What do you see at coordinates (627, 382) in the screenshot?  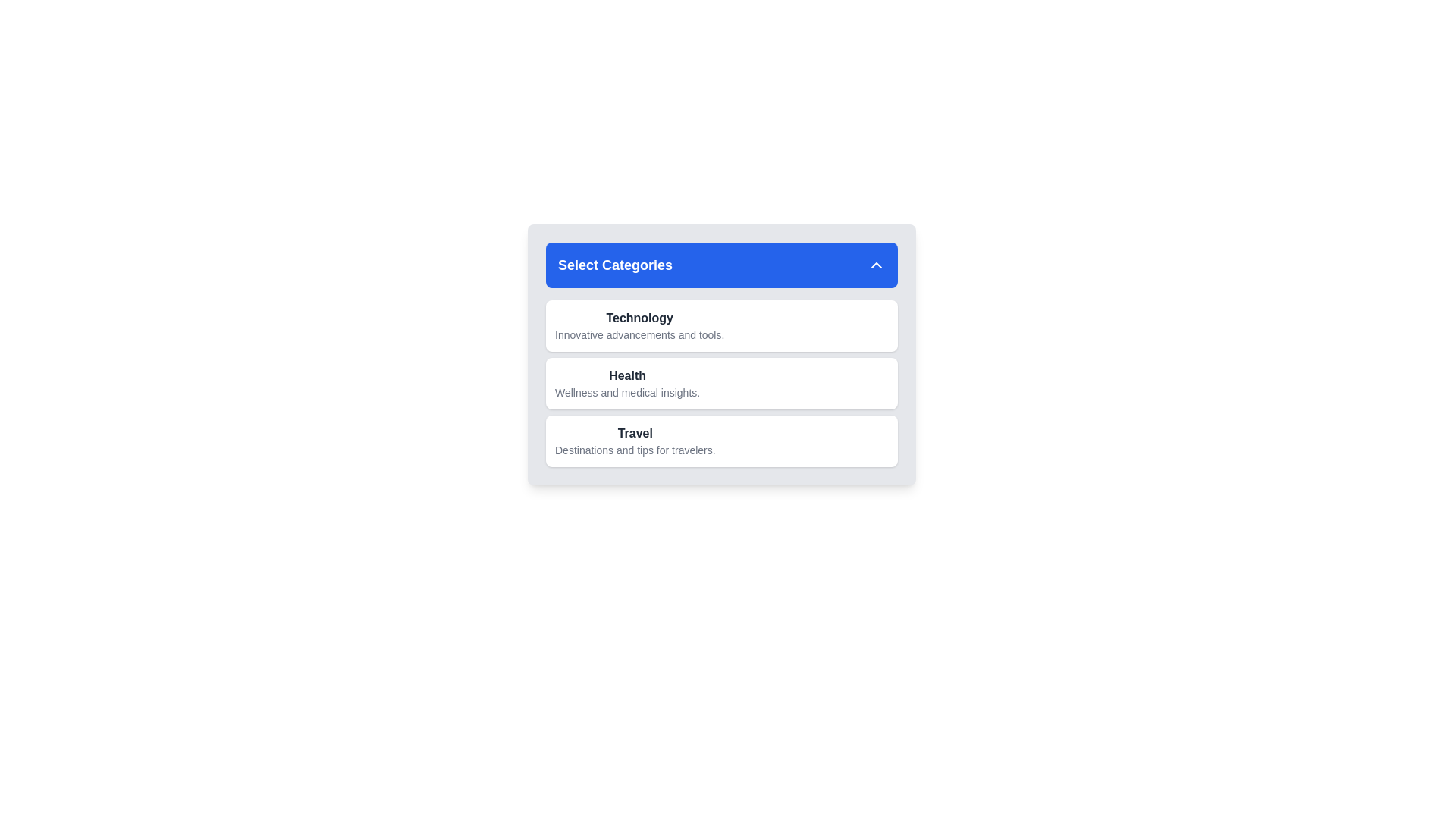 I see `text from the 'Health' label which includes the title in bold 'Health' and the description 'Wellness and medical insights.'` at bounding box center [627, 382].